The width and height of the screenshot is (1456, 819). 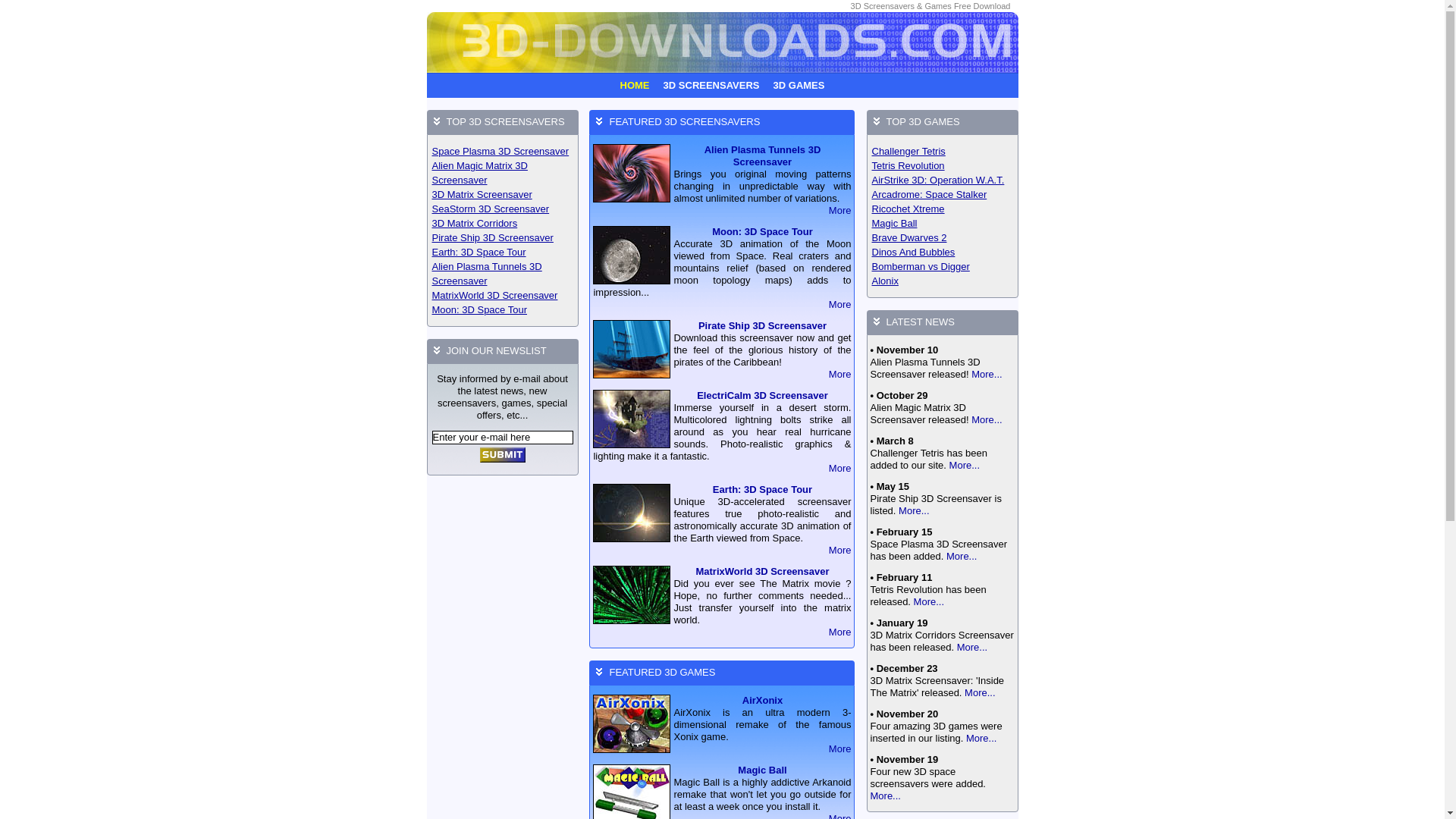 What do you see at coordinates (942, 193) in the screenshot?
I see `'Arcadrome: Space Stalker'` at bounding box center [942, 193].